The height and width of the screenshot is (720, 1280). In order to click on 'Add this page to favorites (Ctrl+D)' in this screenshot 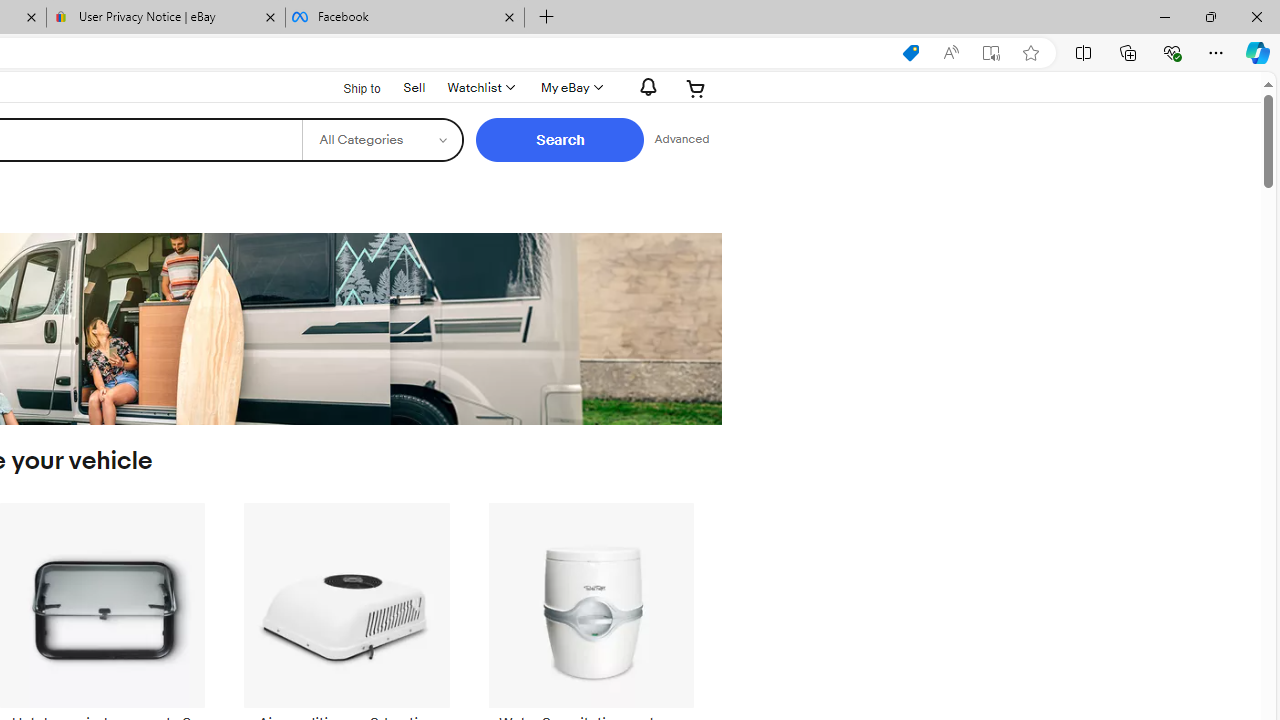, I will do `click(1031, 52)`.